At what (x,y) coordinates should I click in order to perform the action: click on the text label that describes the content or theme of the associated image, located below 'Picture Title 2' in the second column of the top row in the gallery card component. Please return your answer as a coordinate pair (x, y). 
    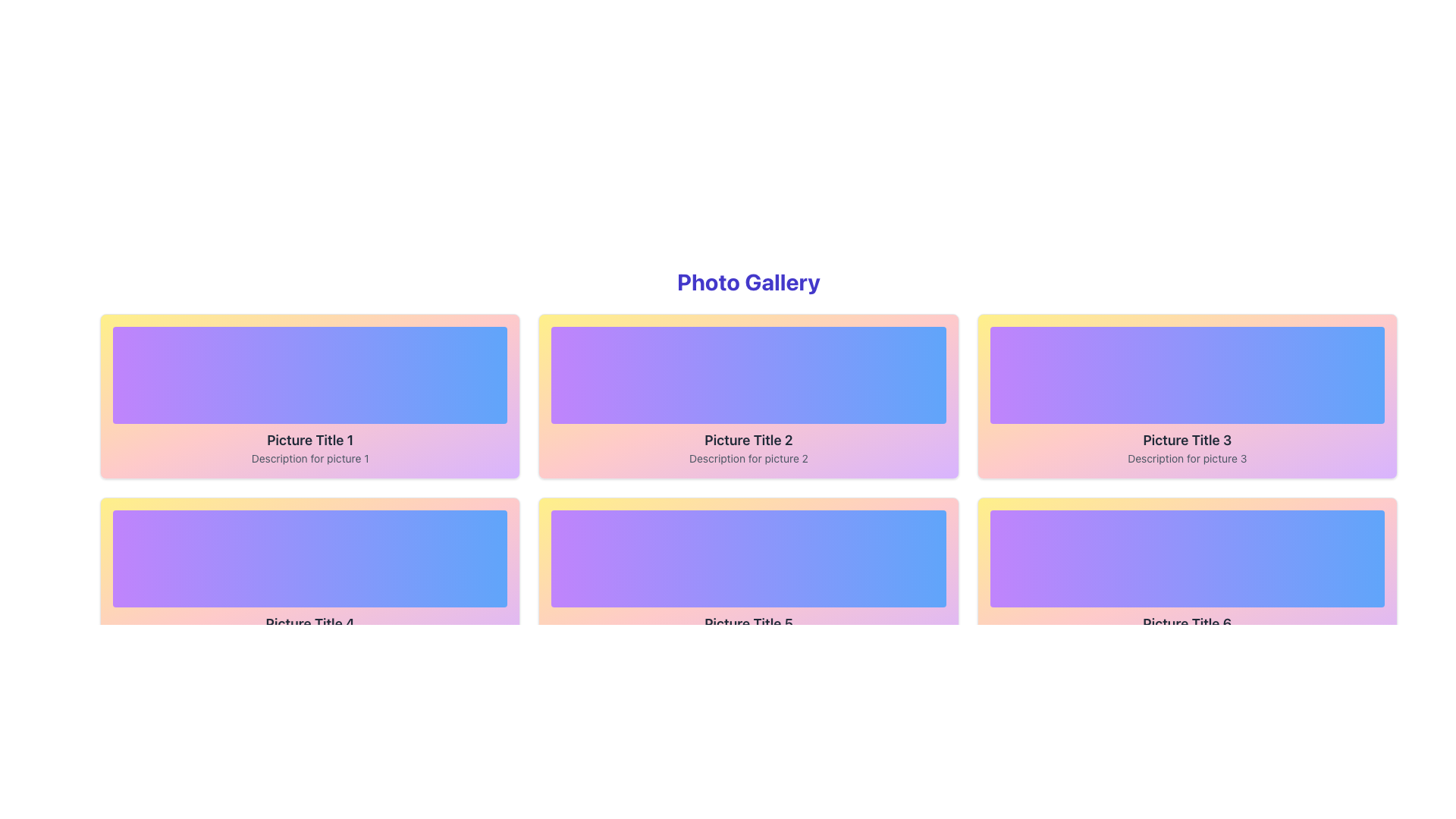
    Looking at the image, I should click on (748, 458).